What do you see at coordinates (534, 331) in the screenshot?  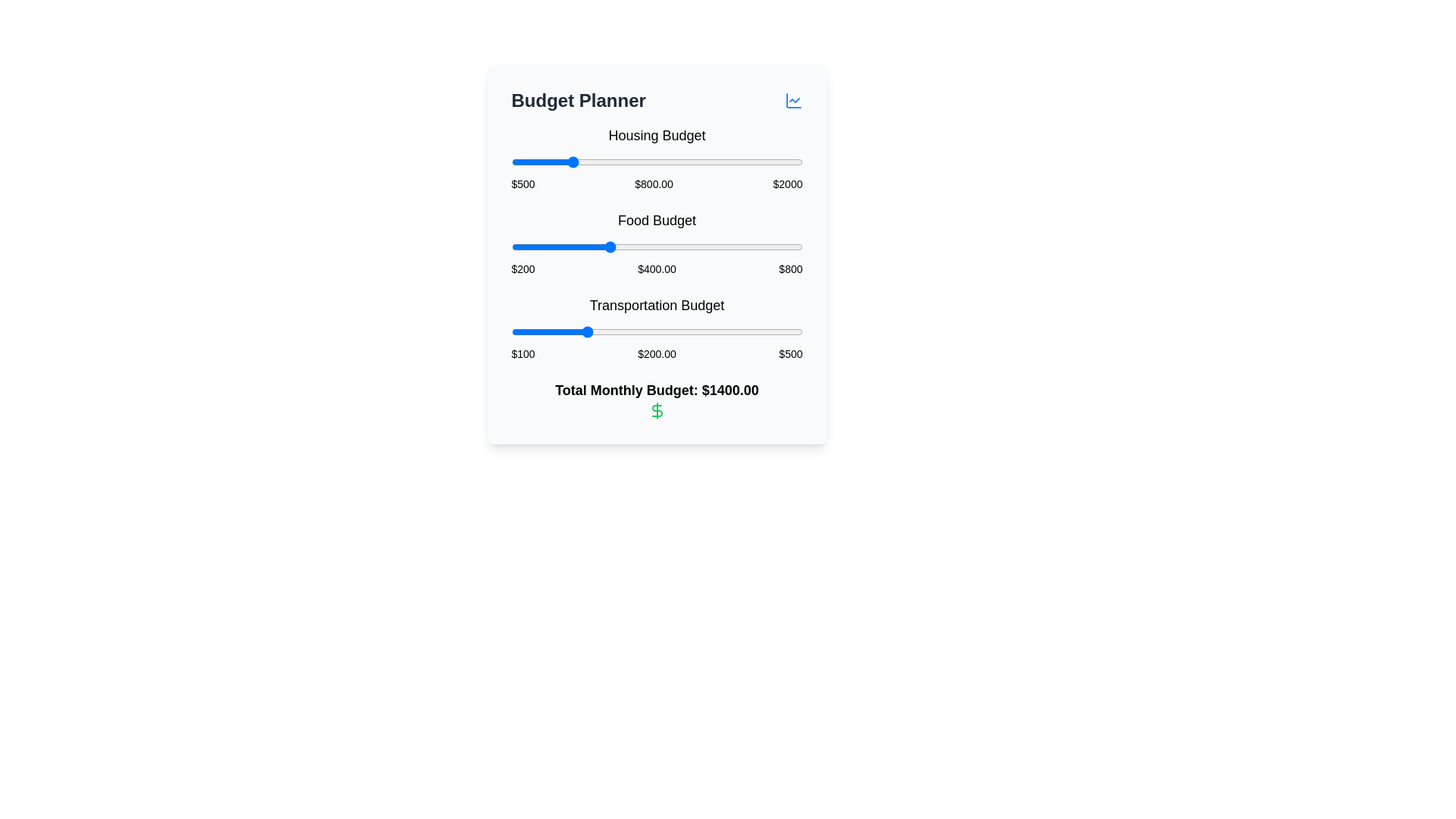 I see `the transportation budget` at bounding box center [534, 331].